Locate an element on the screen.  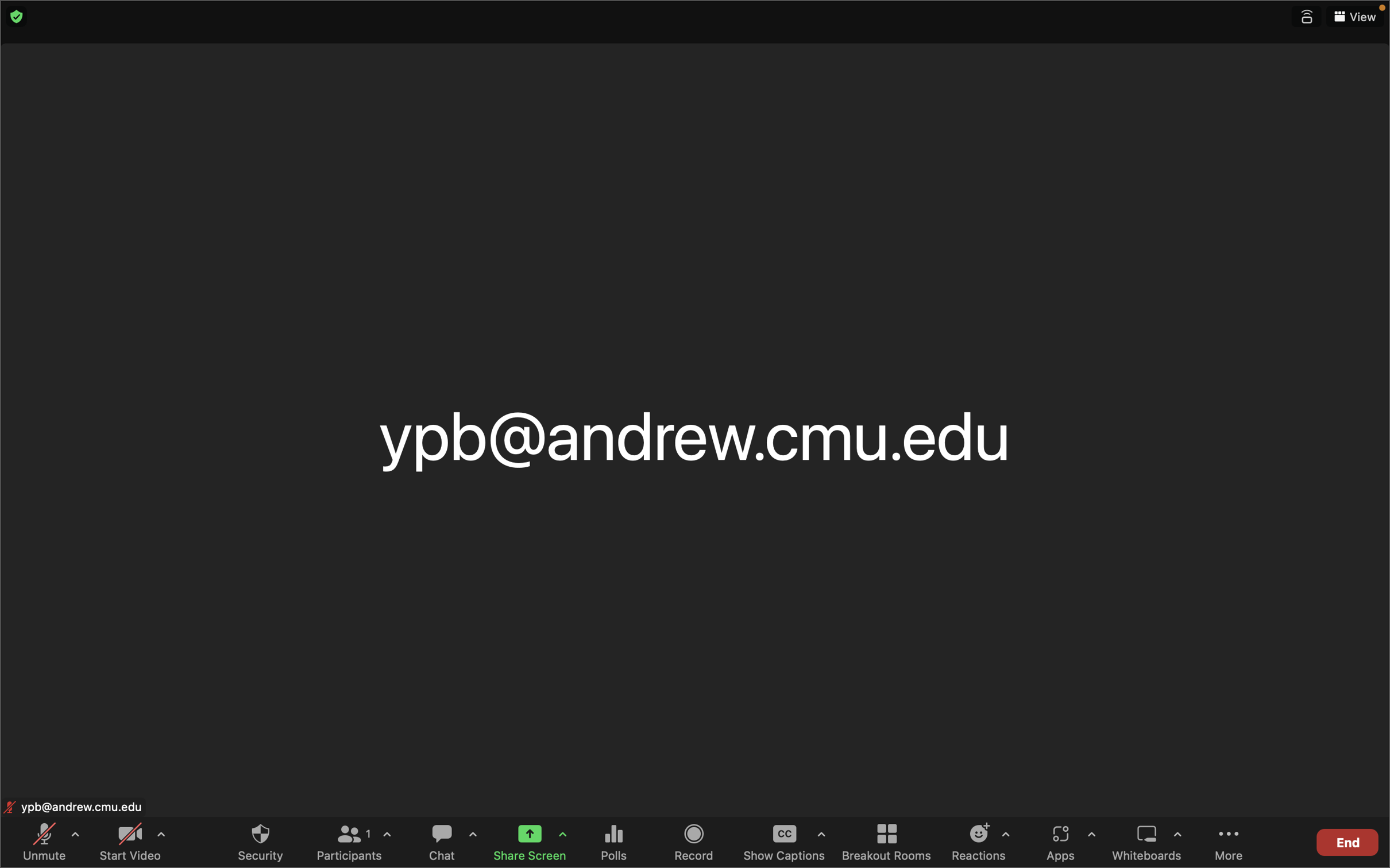
Bring up the video preferences is located at coordinates (160, 839).